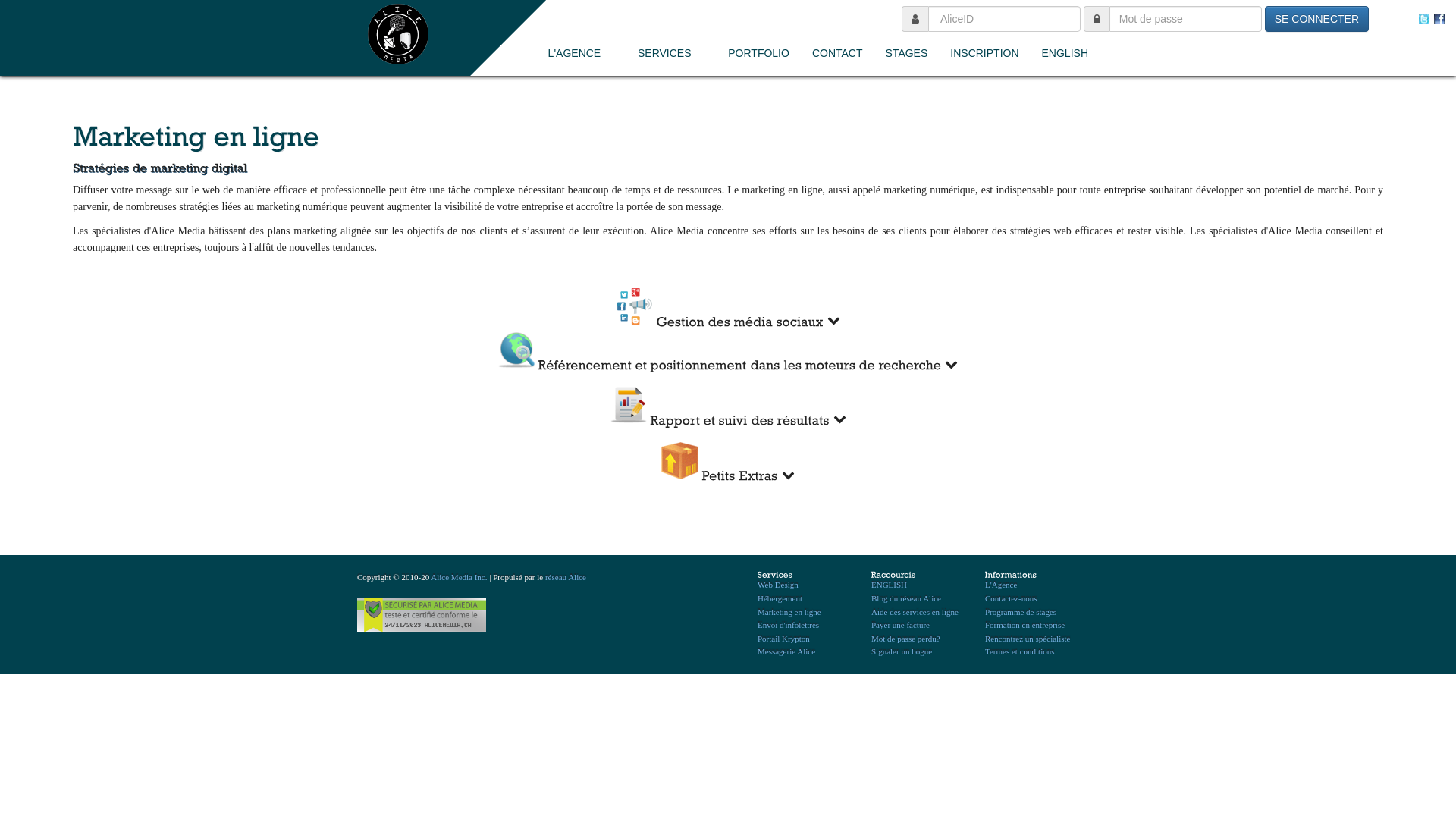 This screenshot has height=819, width=1456. What do you see at coordinates (905, 638) in the screenshot?
I see `'Mot de passe perdu?'` at bounding box center [905, 638].